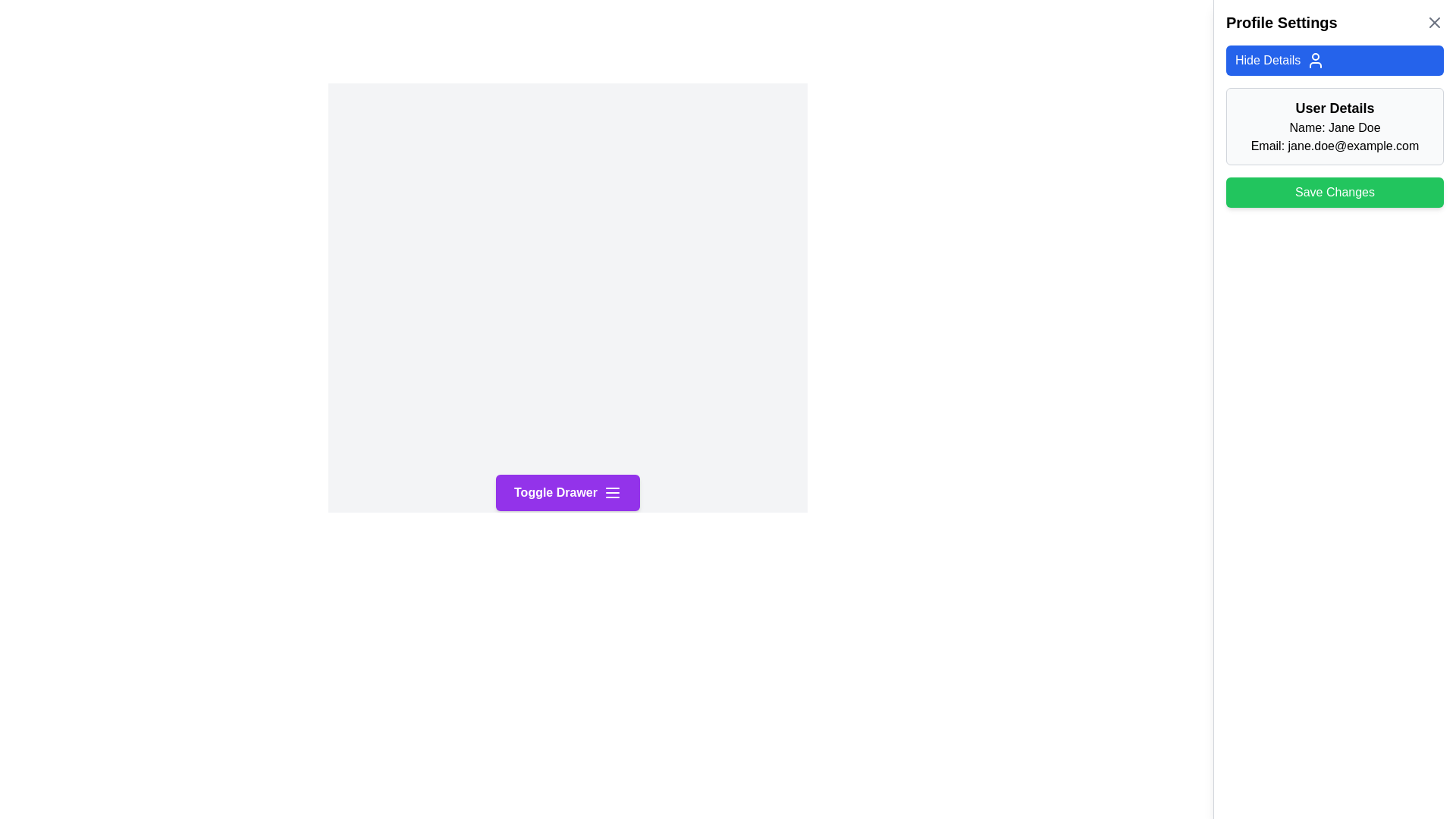  What do you see at coordinates (1335, 146) in the screenshot?
I see `the text label displaying the user's email address, which is located below the 'Name: Jane Doe' text within the 'User Details' section` at bounding box center [1335, 146].